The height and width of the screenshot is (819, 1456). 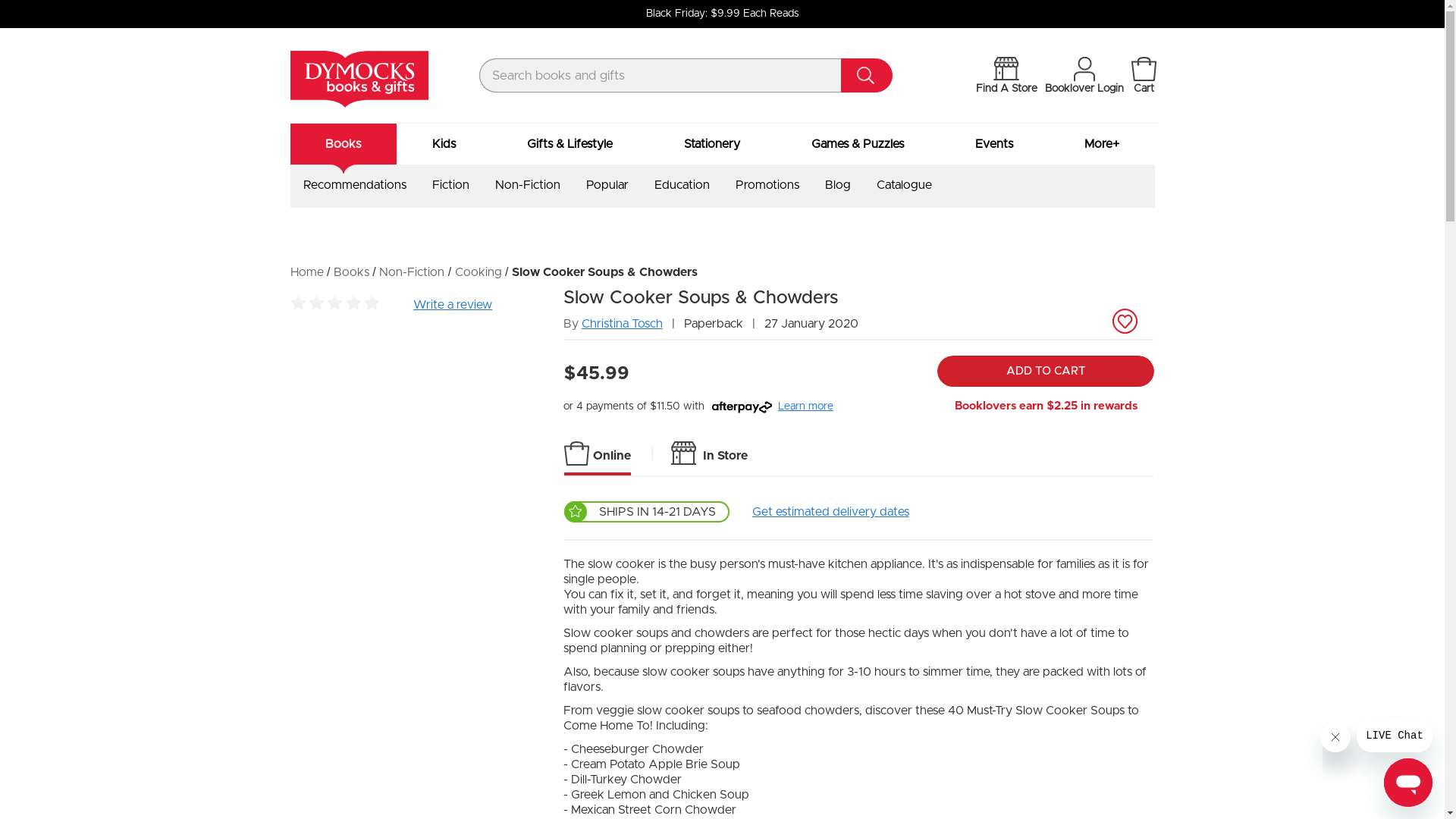 I want to click on 'Dymocks - Australia's leading bookseller', so click(x=290, y=79).